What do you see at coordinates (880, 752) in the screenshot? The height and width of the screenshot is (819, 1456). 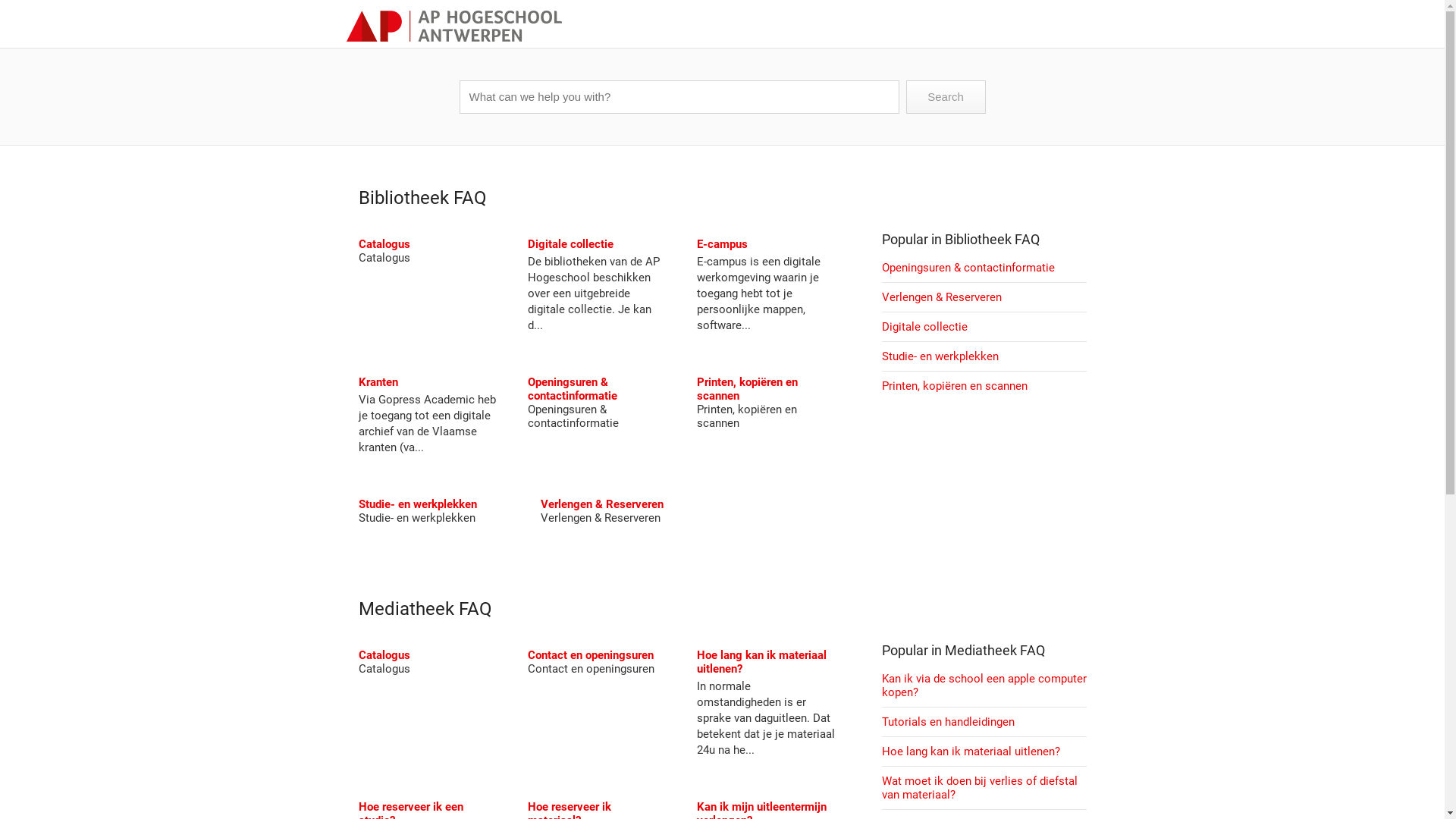 I see `'Hoe lang kan ik materiaal uitlenen?'` at bounding box center [880, 752].